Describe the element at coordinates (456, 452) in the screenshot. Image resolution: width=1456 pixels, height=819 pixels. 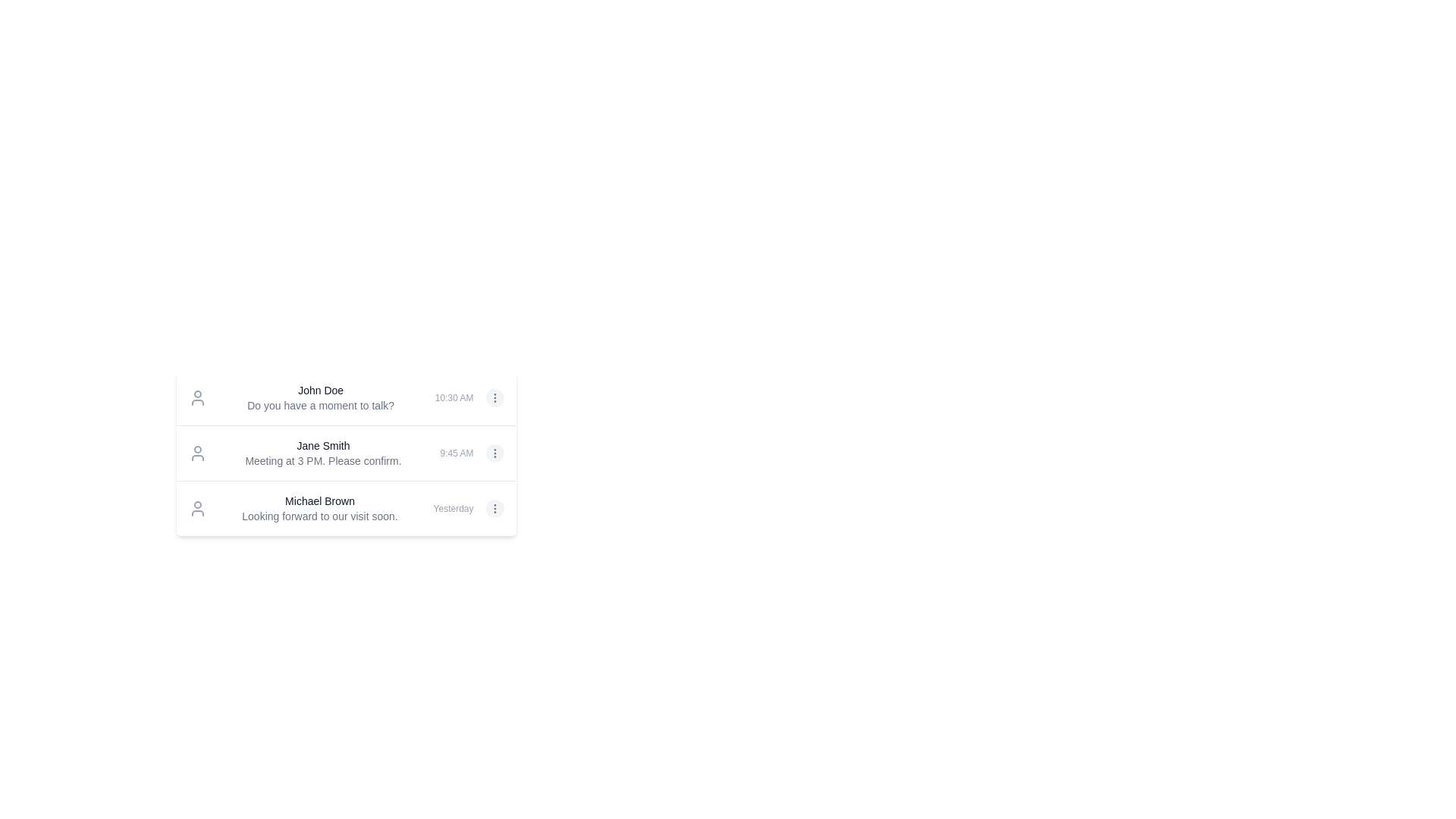
I see `timestamp value displayed in the text label that shows '9:45 AM', which is styled with a small font size and gray color, located to the right of 'Jane Smith' and the message preview text` at that location.